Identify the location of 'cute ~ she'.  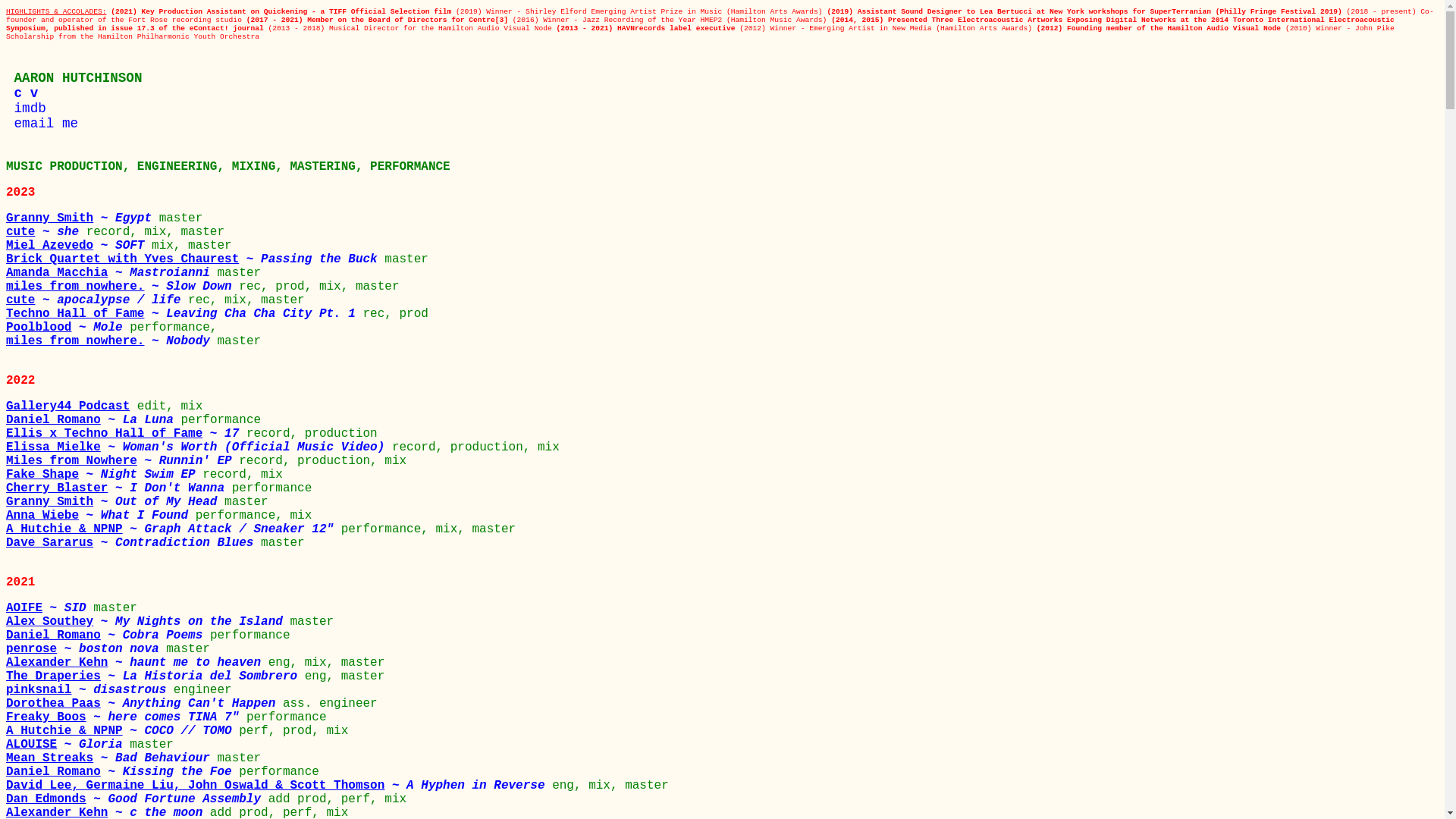
(46, 231).